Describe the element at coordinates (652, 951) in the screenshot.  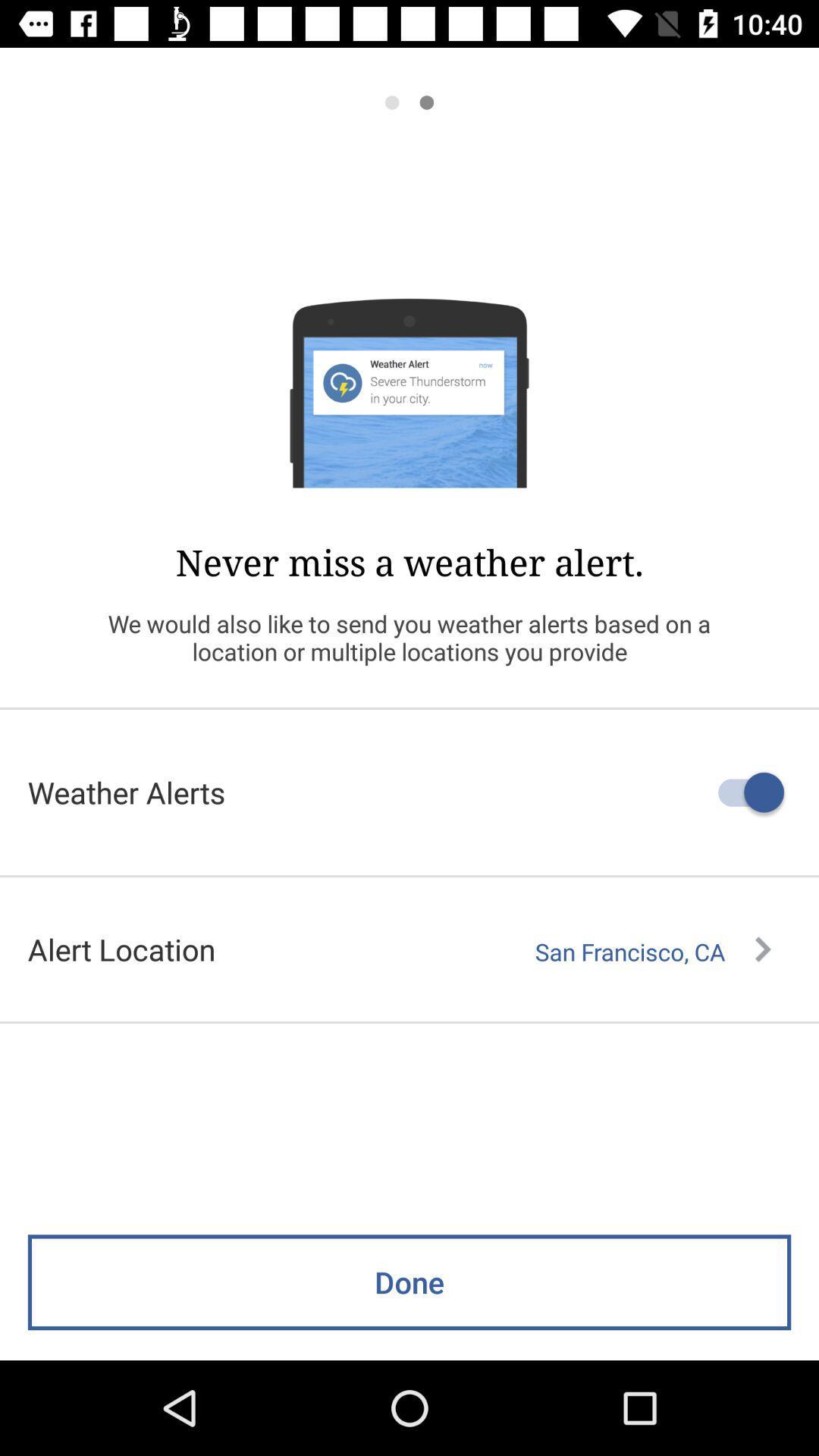
I see `san francisco, ca item` at that location.